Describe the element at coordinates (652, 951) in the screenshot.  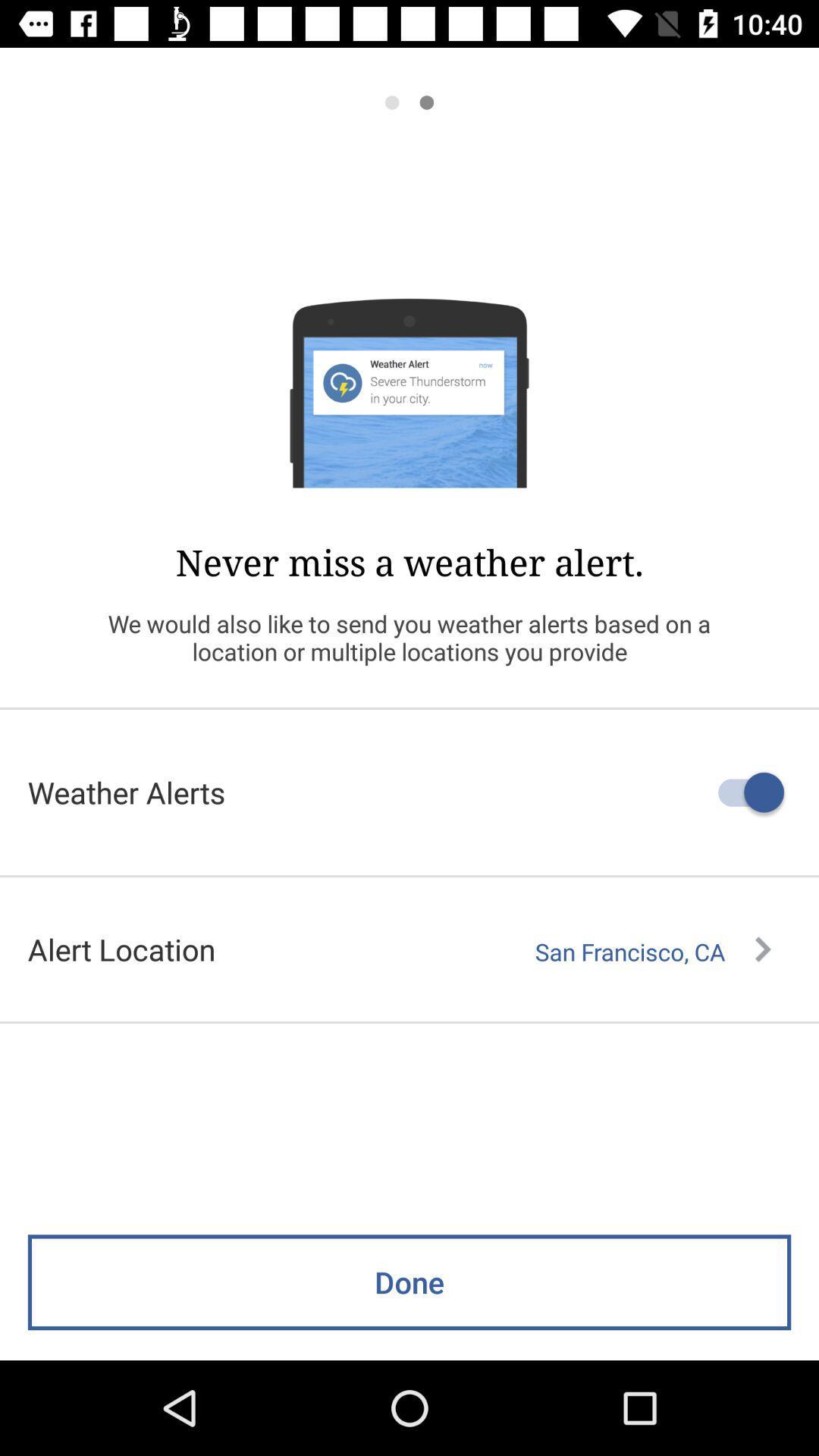
I see `san francisco, ca item` at that location.